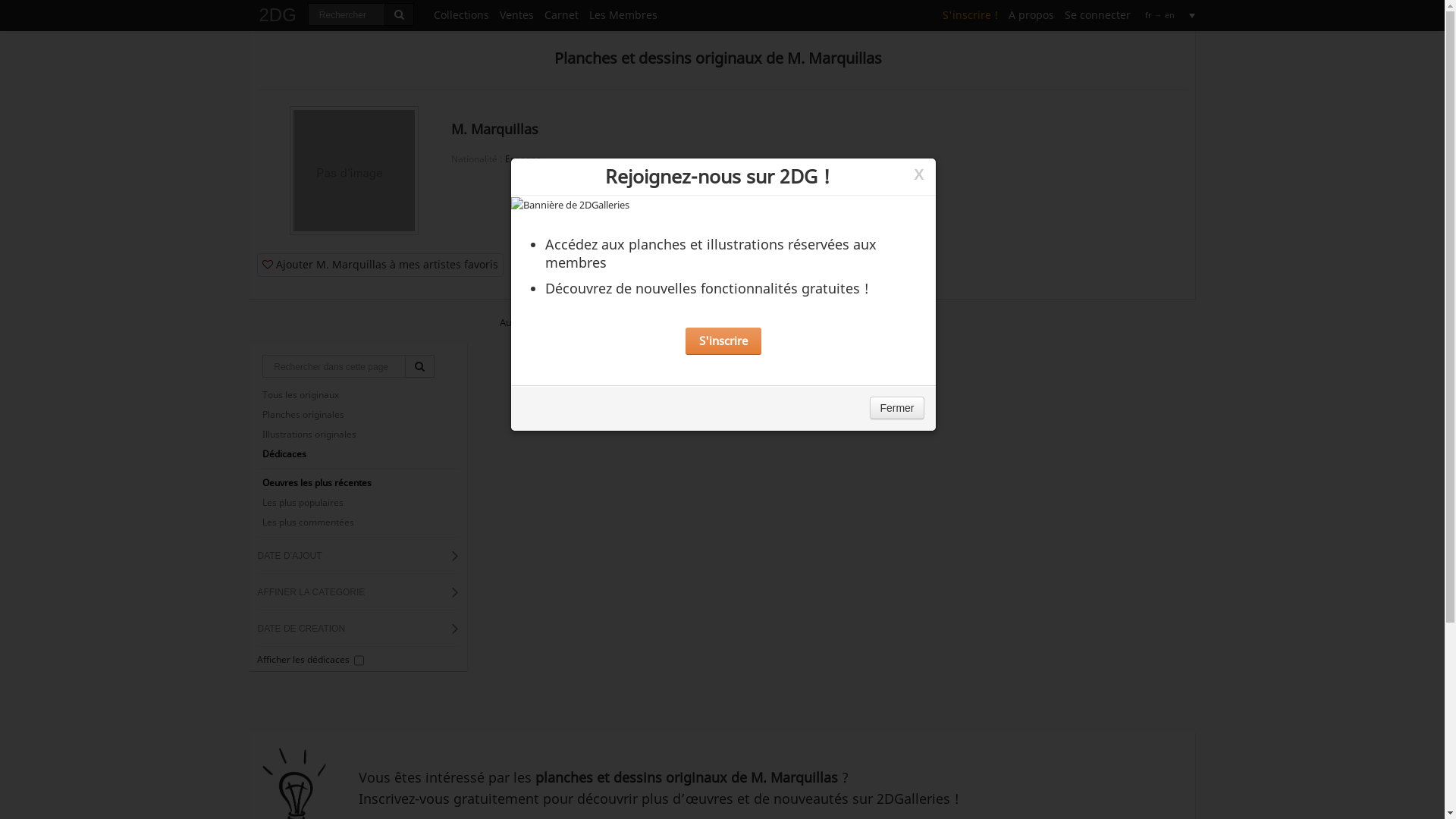 The image size is (1456, 819). I want to click on 'Planches originales', so click(356, 415).